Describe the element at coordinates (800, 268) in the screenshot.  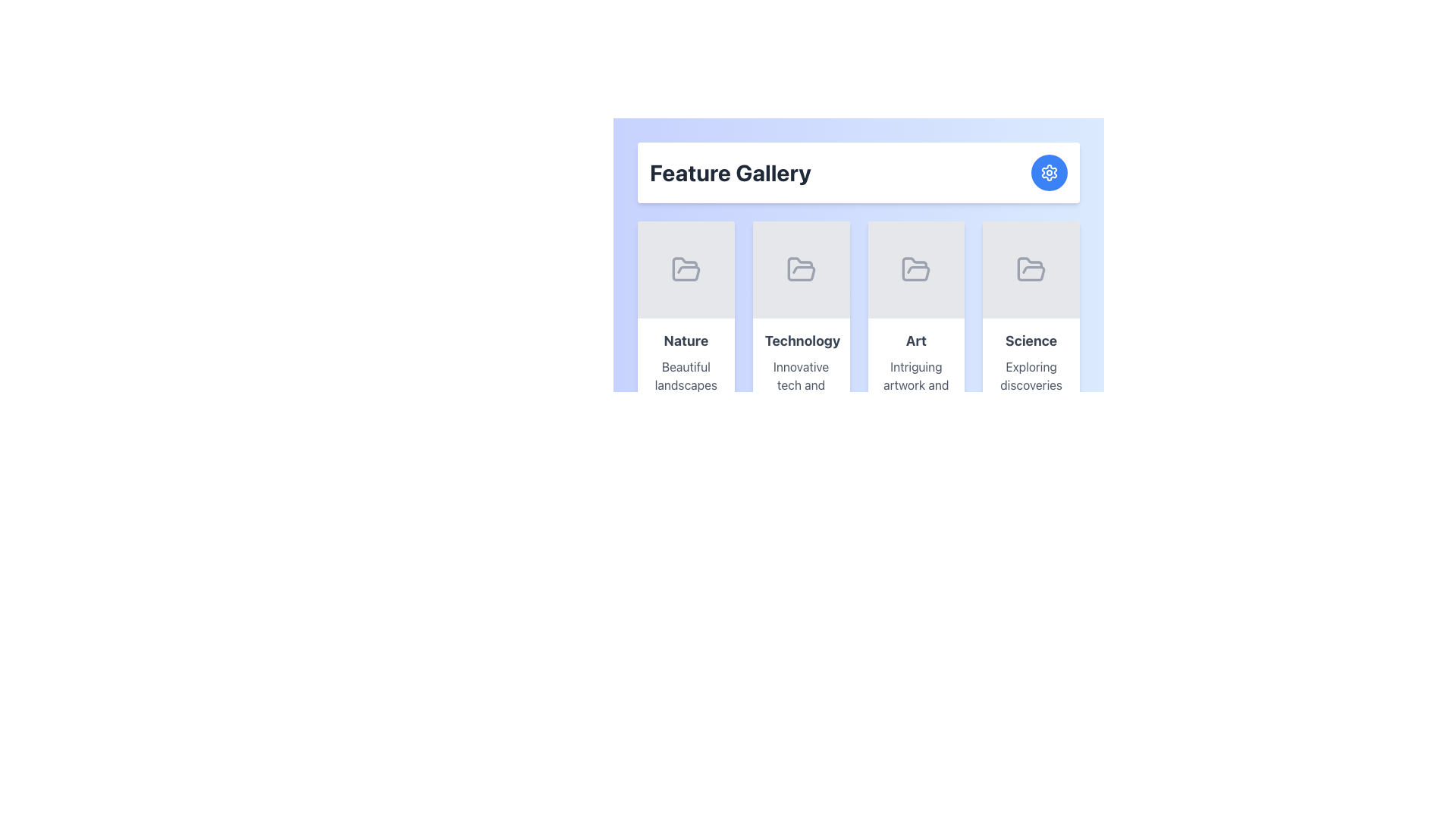
I see `the folder icon on a light gray background located in the second column below the 'Technology' title` at that location.